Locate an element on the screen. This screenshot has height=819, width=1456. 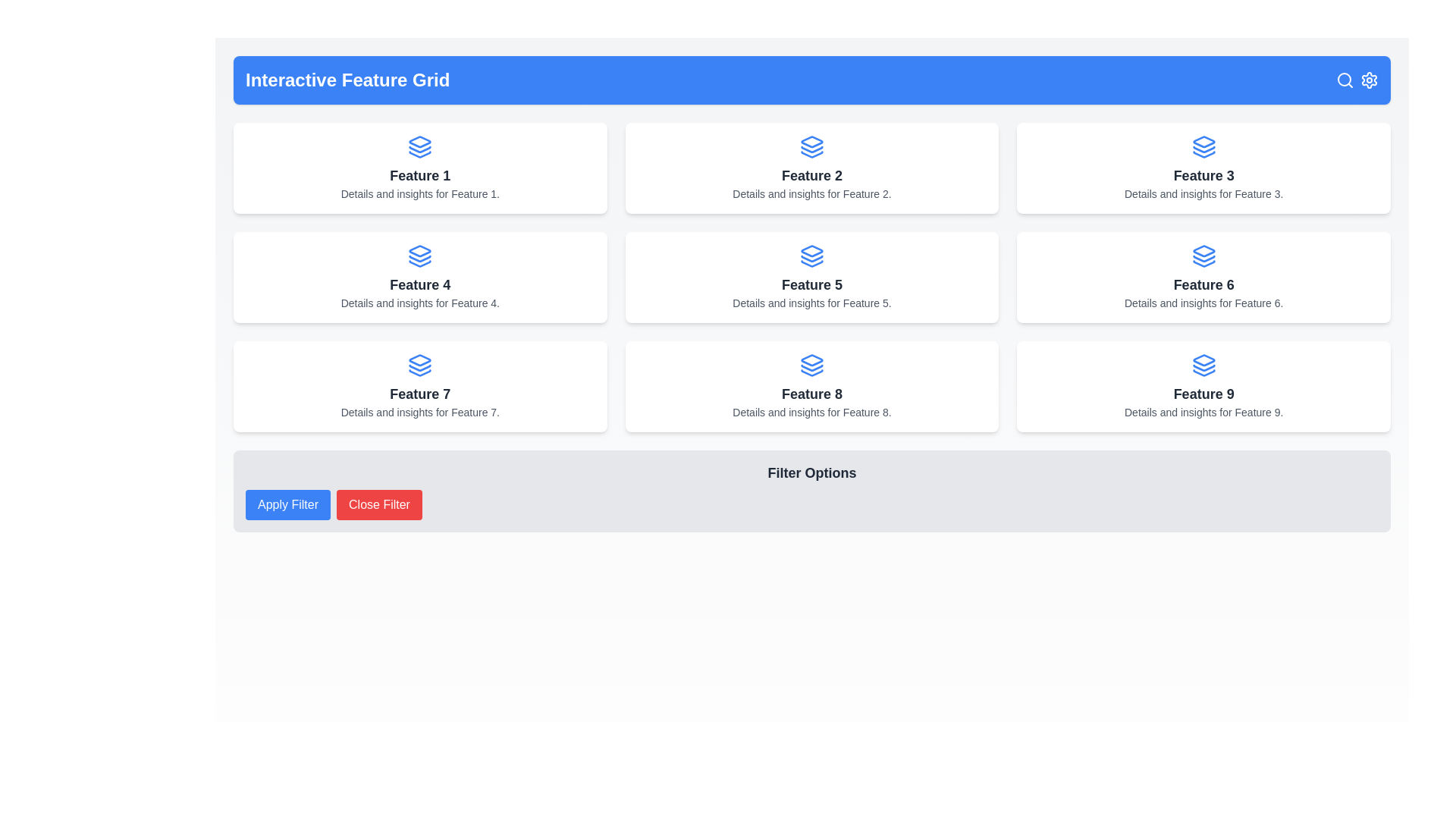
the bottom-most decorative graphic in the SVG stack, which is positioned above the 'Feature 4' card is located at coordinates (420, 262).